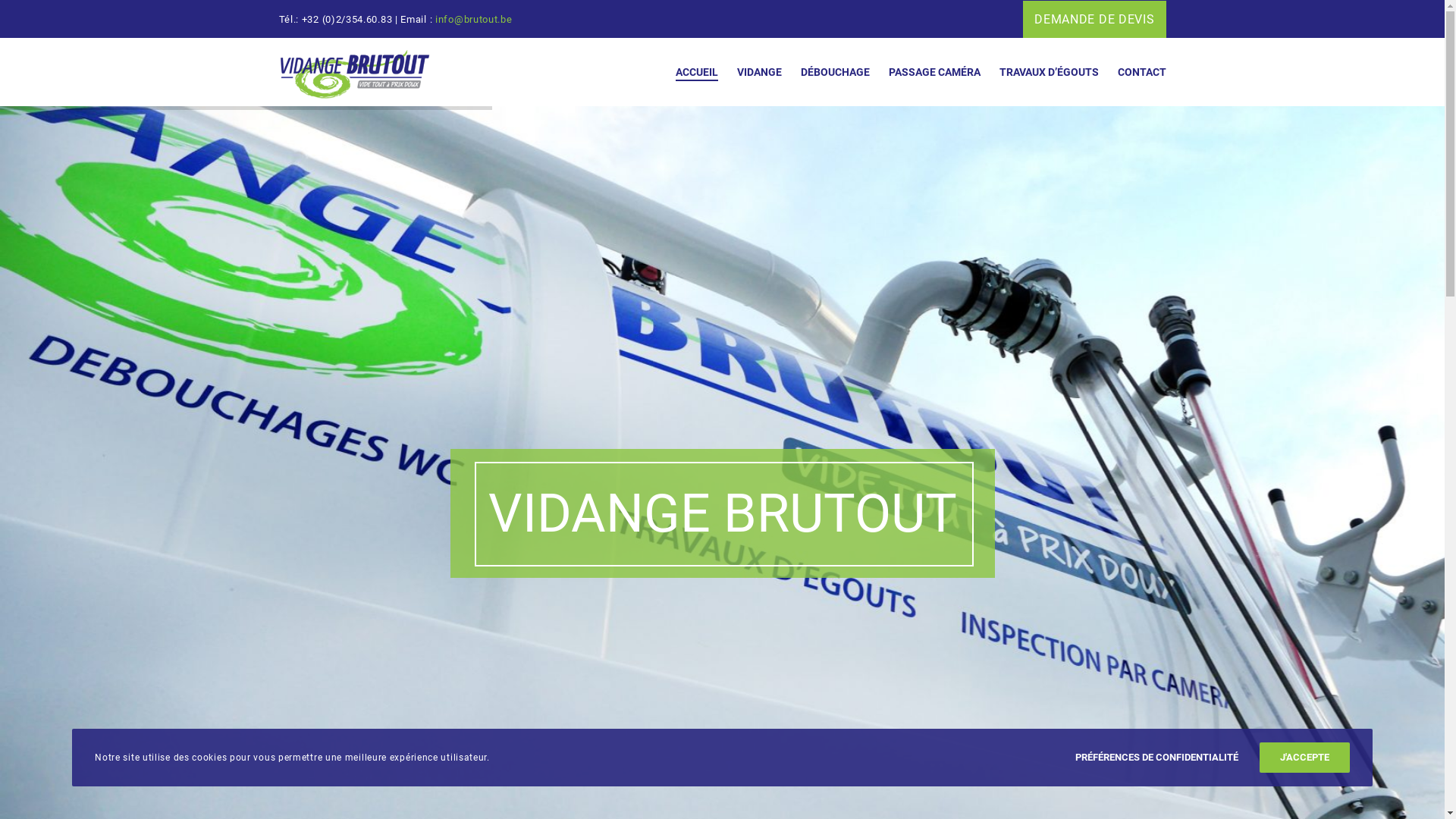 The height and width of the screenshot is (819, 1456). Describe the element at coordinates (749, 72) in the screenshot. I see `'VIDANGE'` at that location.